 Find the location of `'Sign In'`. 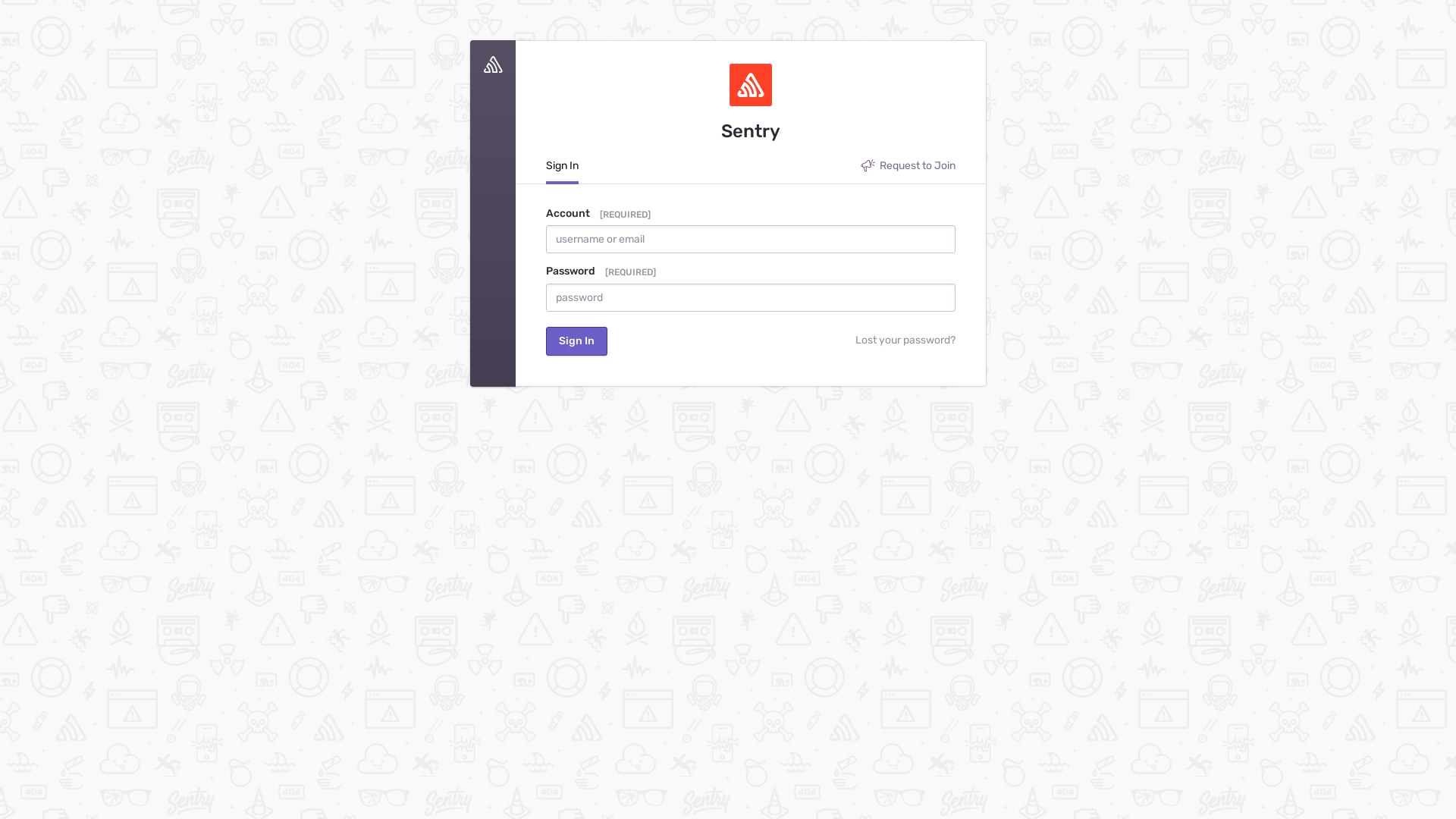

'Sign In' is located at coordinates (546, 171).